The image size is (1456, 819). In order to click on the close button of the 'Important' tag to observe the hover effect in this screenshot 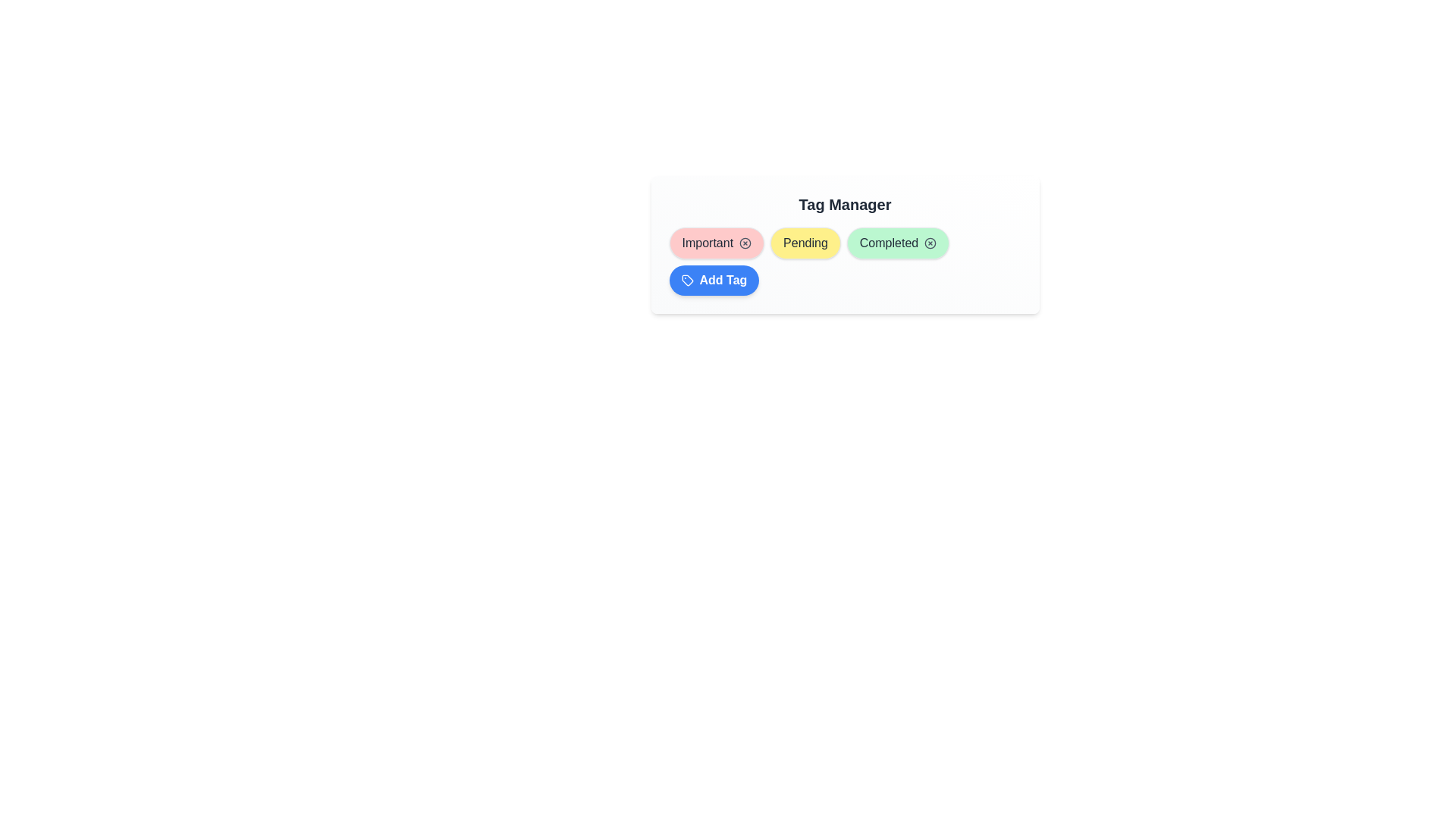, I will do `click(745, 242)`.